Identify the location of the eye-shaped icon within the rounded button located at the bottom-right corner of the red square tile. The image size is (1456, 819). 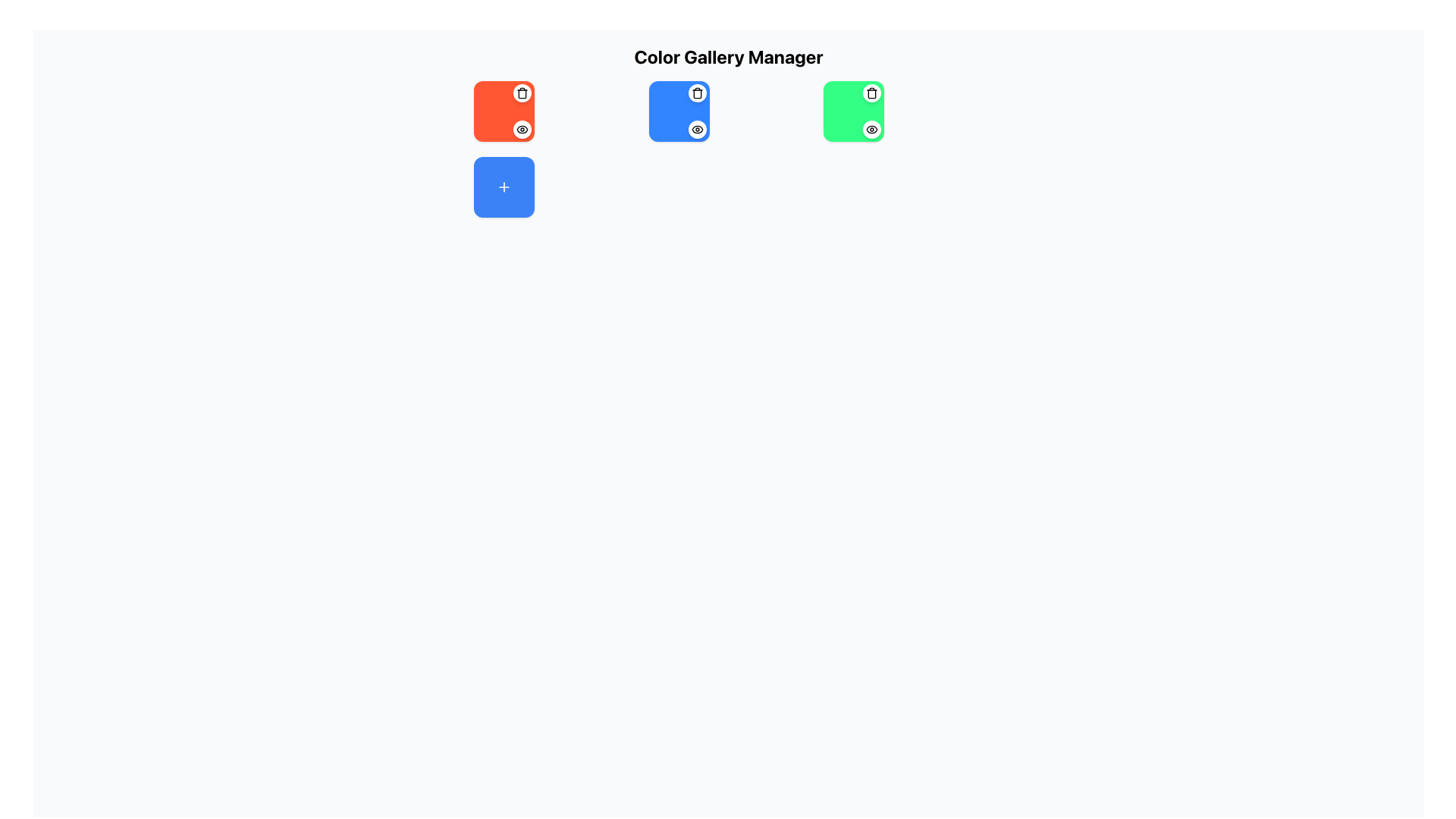
(522, 128).